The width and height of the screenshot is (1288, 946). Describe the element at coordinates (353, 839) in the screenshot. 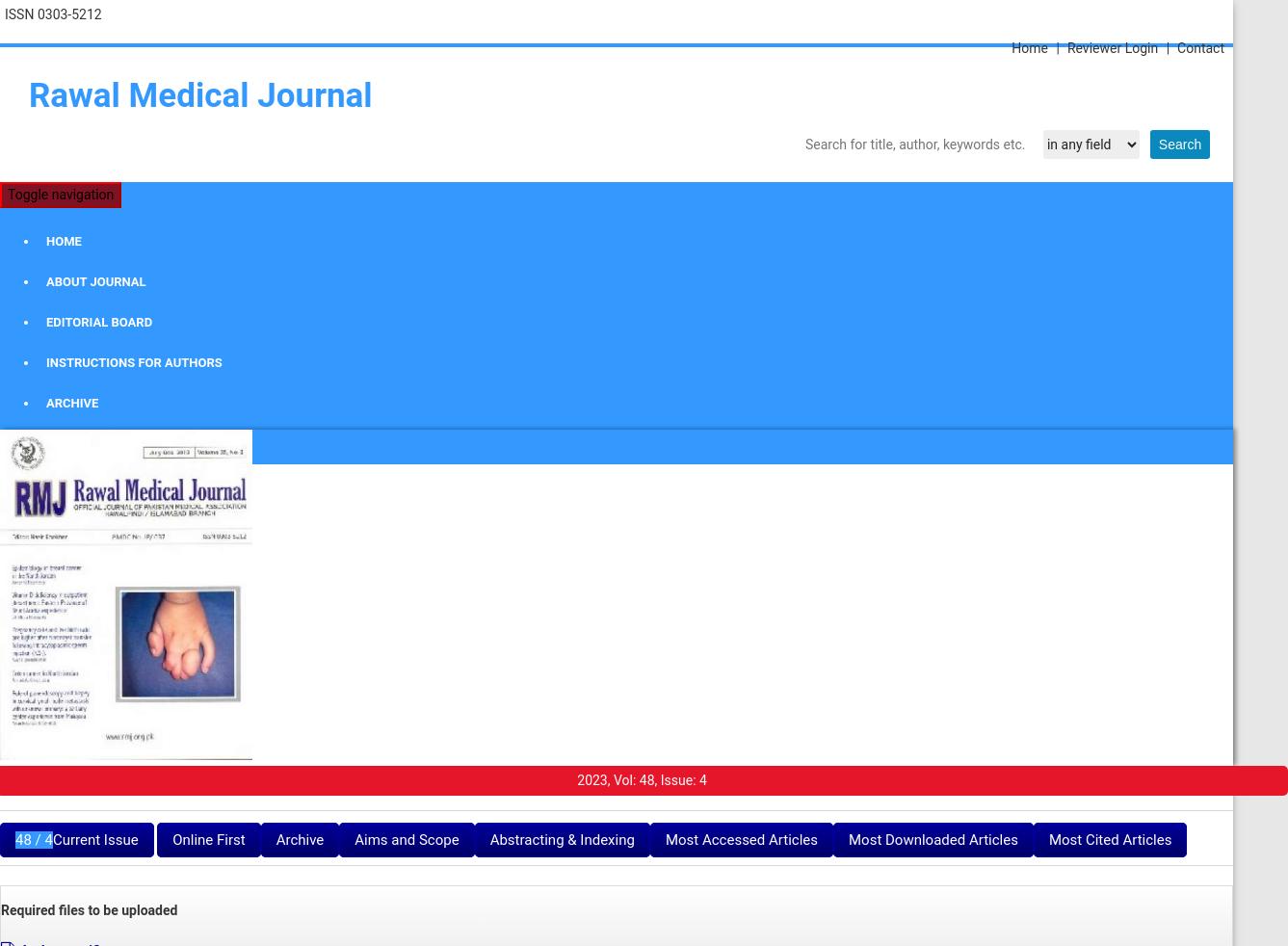

I see `'Aims and Scope'` at that location.